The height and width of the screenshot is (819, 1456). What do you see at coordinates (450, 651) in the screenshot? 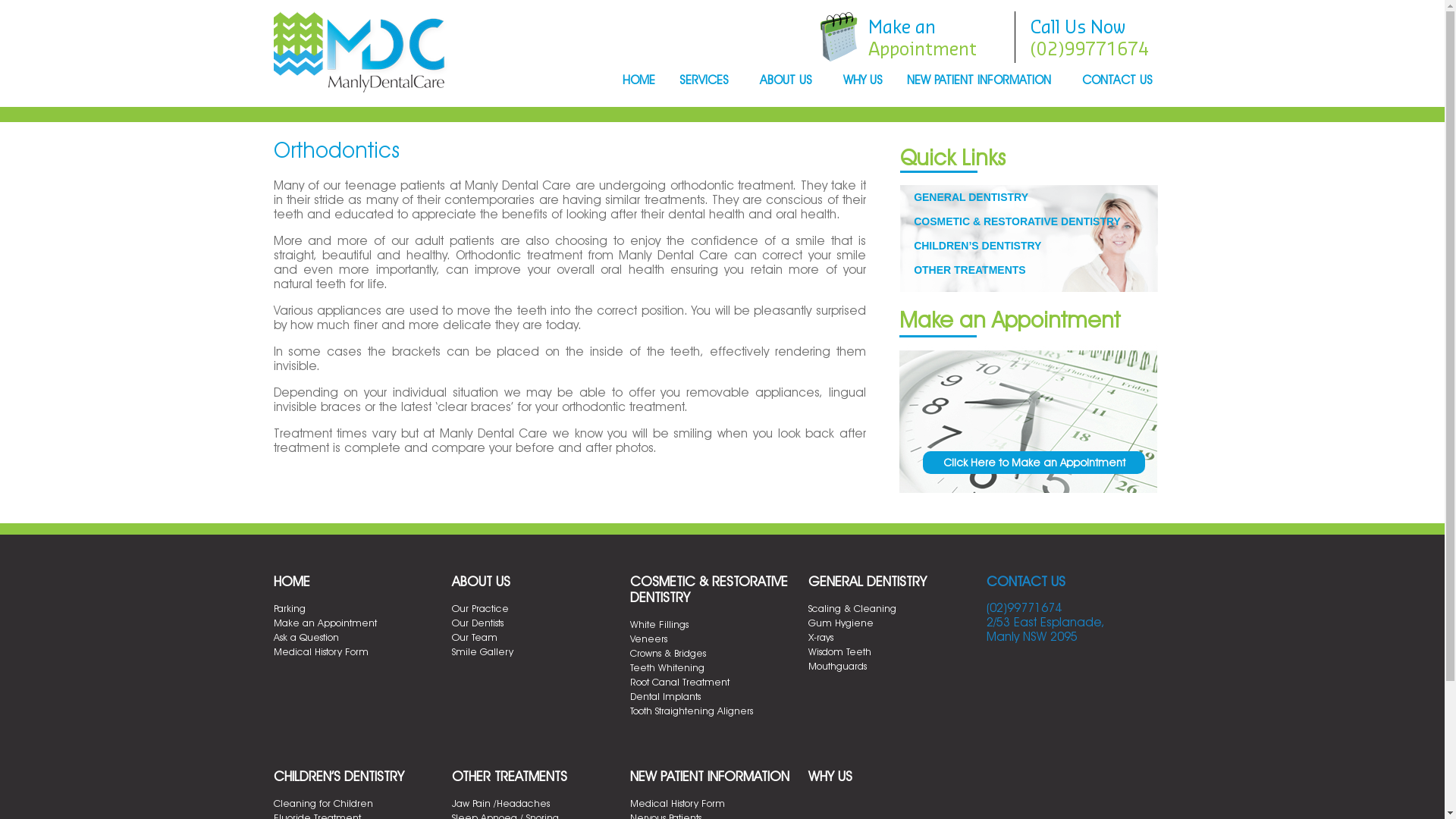
I see `'Smile Gallery'` at bounding box center [450, 651].